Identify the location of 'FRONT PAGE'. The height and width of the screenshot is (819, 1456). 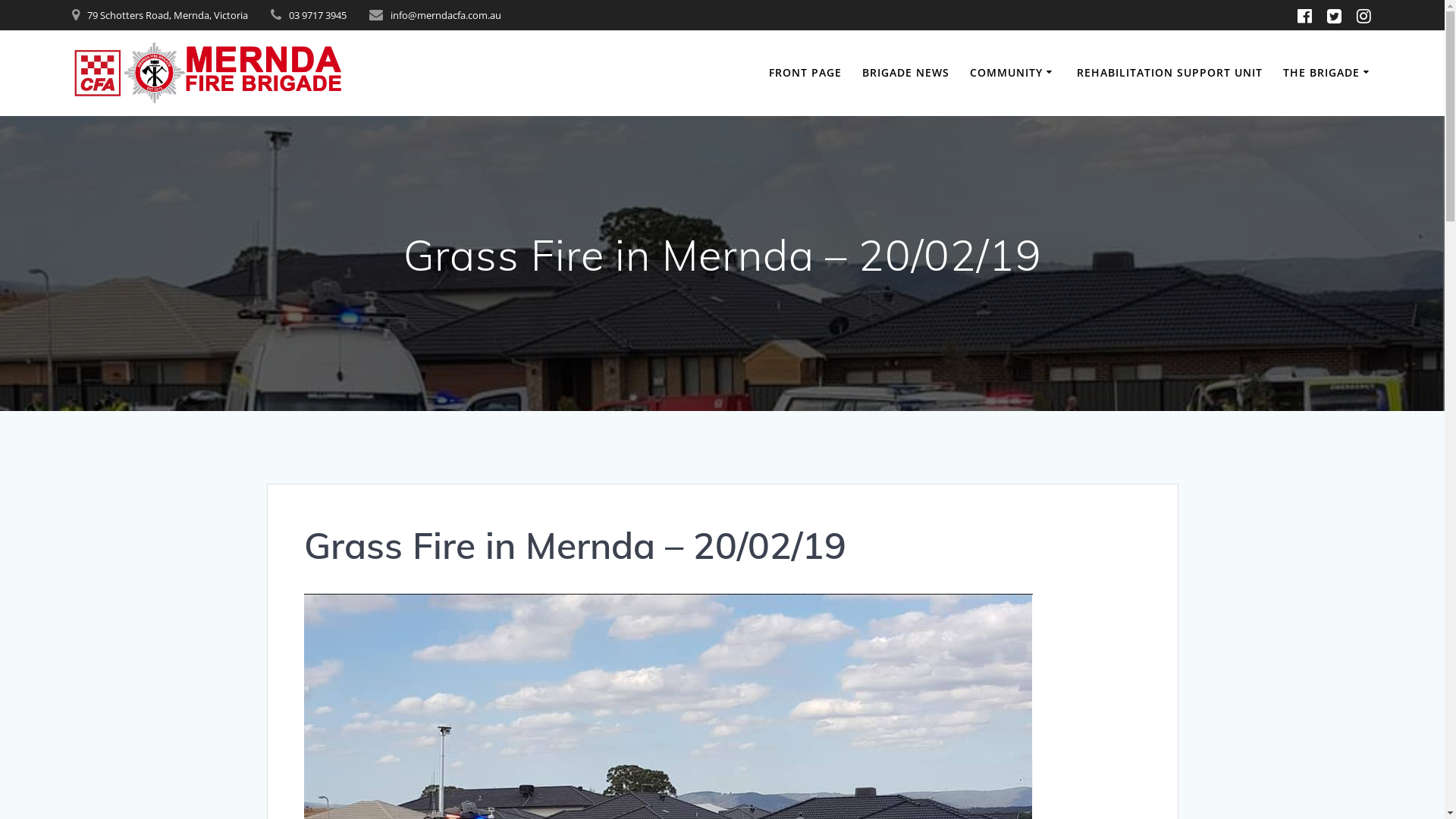
(804, 73).